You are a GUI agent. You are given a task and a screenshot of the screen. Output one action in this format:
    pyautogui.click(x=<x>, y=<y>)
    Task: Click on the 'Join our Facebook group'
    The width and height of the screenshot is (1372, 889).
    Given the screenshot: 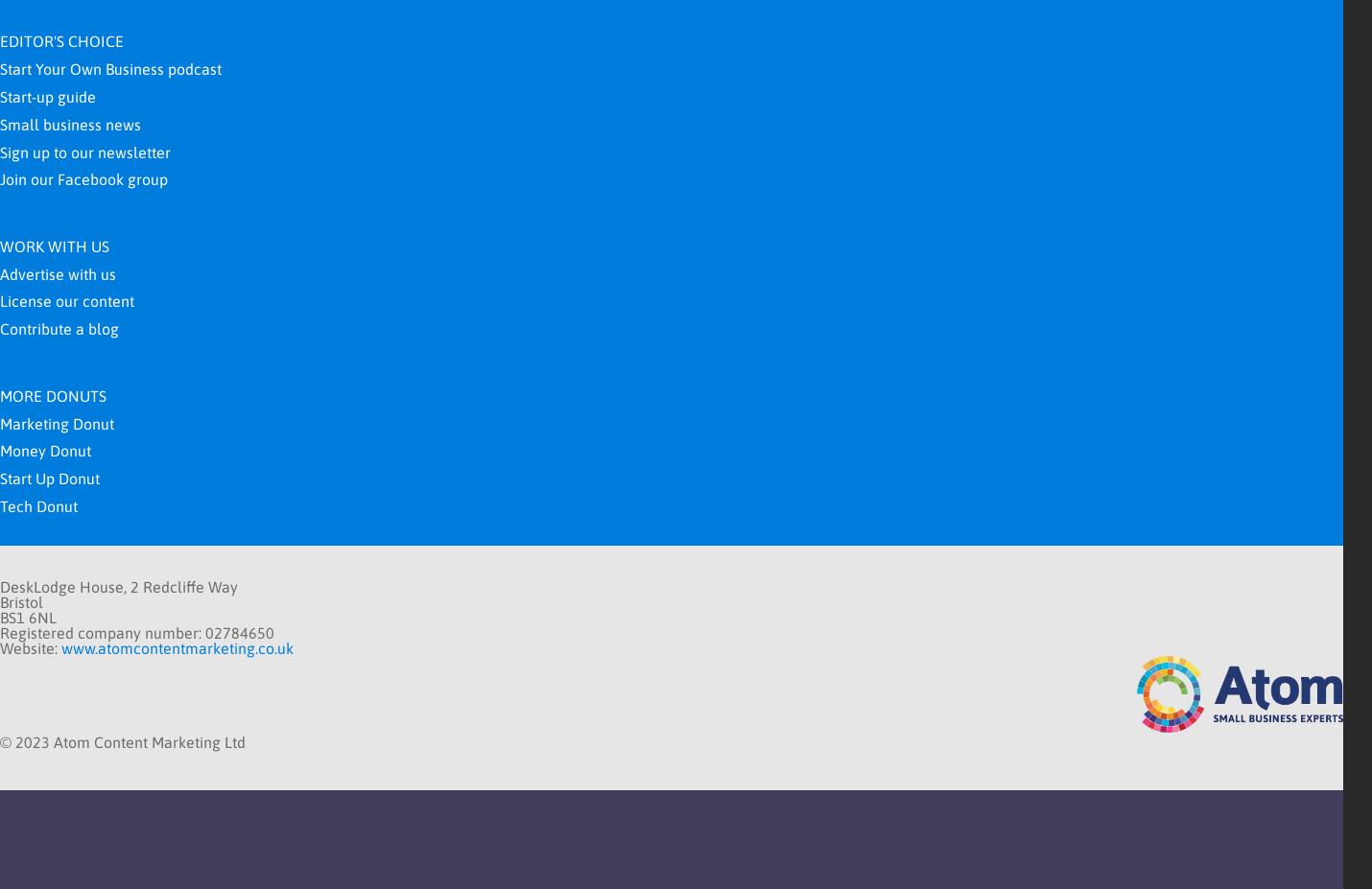 What is the action you would take?
    pyautogui.click(x=83, y=178)
    